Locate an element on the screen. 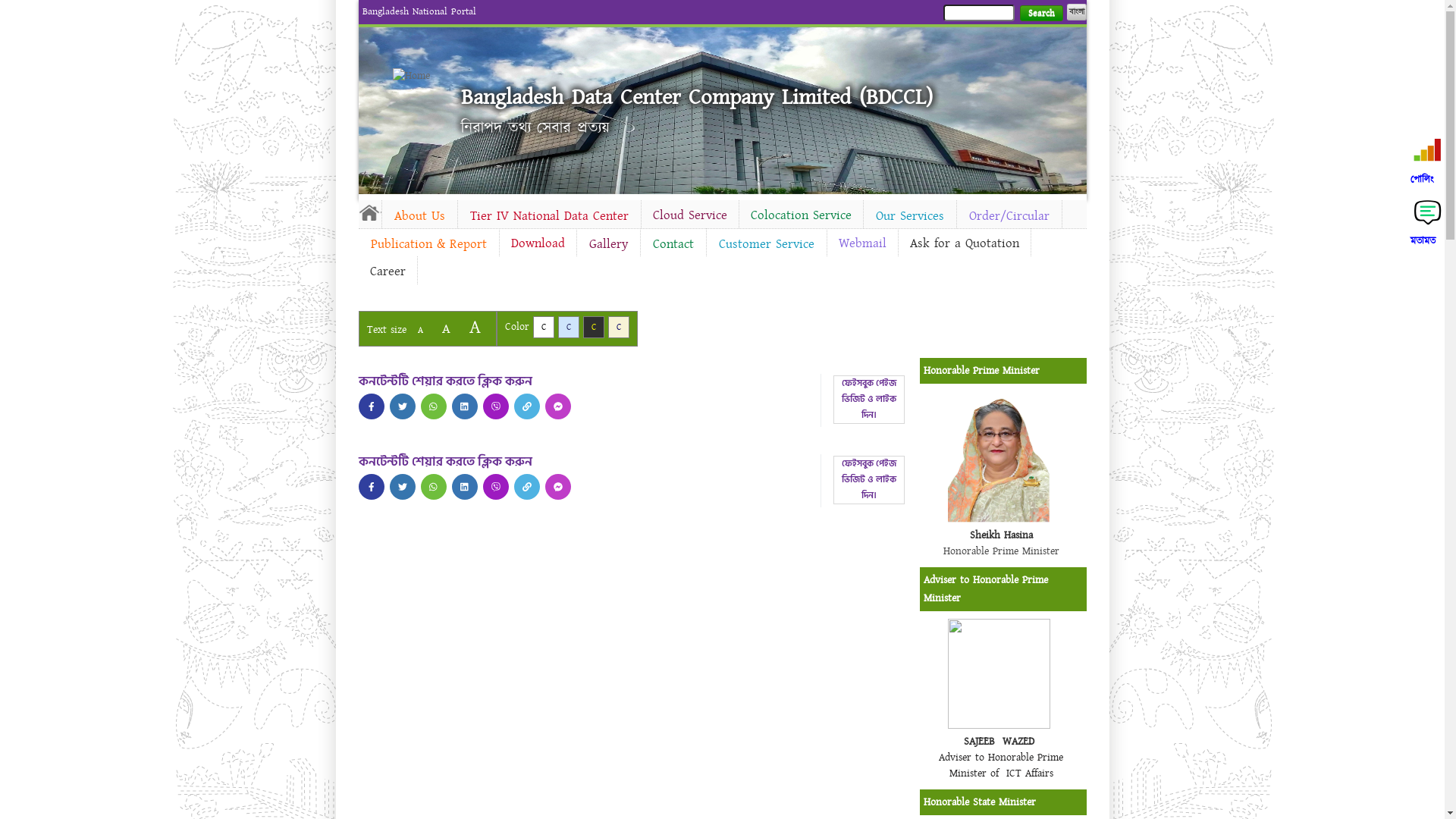  'Contact' is located at coordinates (640, 243).